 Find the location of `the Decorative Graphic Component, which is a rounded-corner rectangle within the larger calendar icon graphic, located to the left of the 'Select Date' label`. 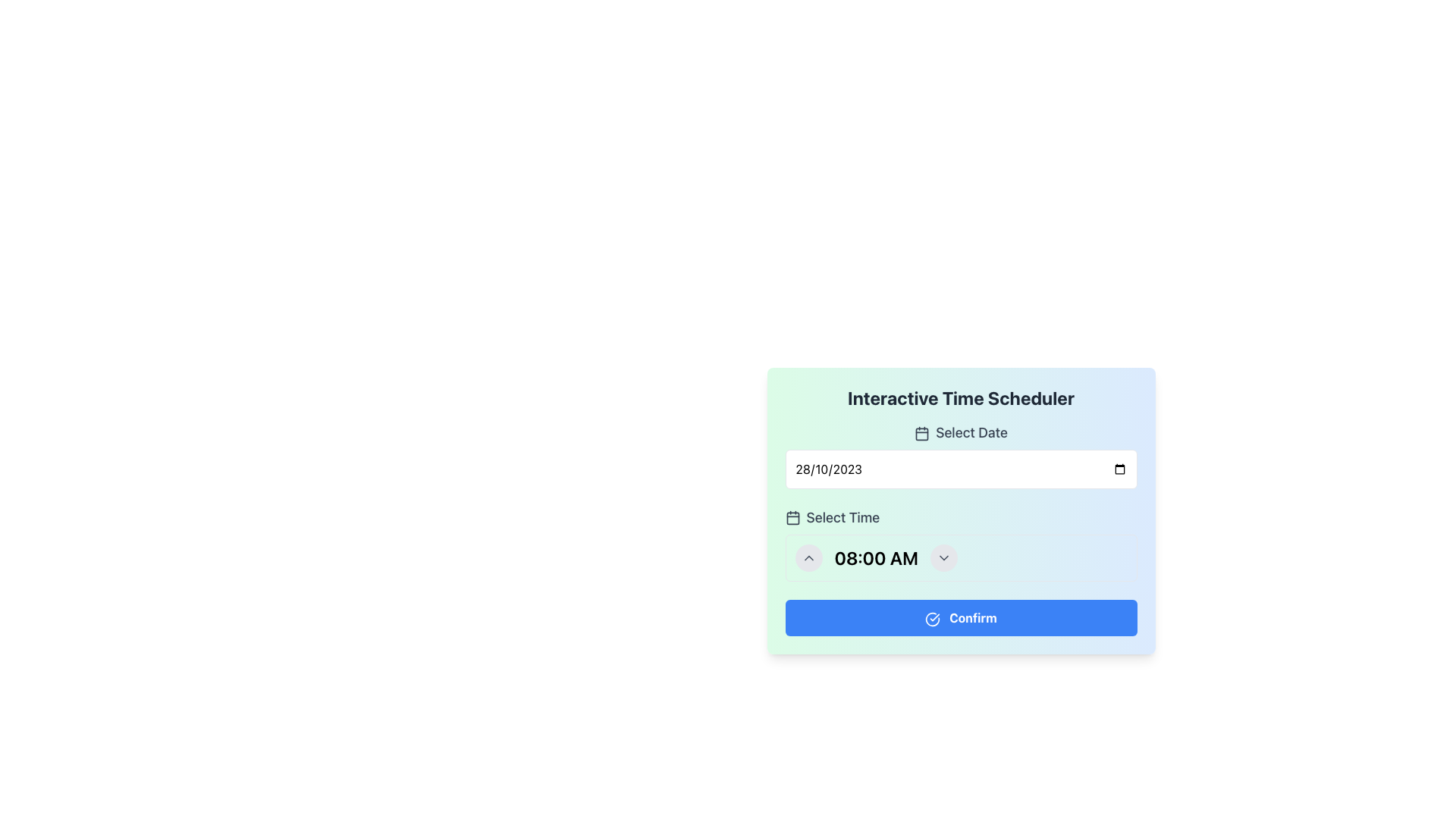

the Decorative Graphic Component, which is a rounded-corner rectangle within the larger calendar icon graphic, located to the left of the 'Select Date' label is located at coordinates (921, 435).